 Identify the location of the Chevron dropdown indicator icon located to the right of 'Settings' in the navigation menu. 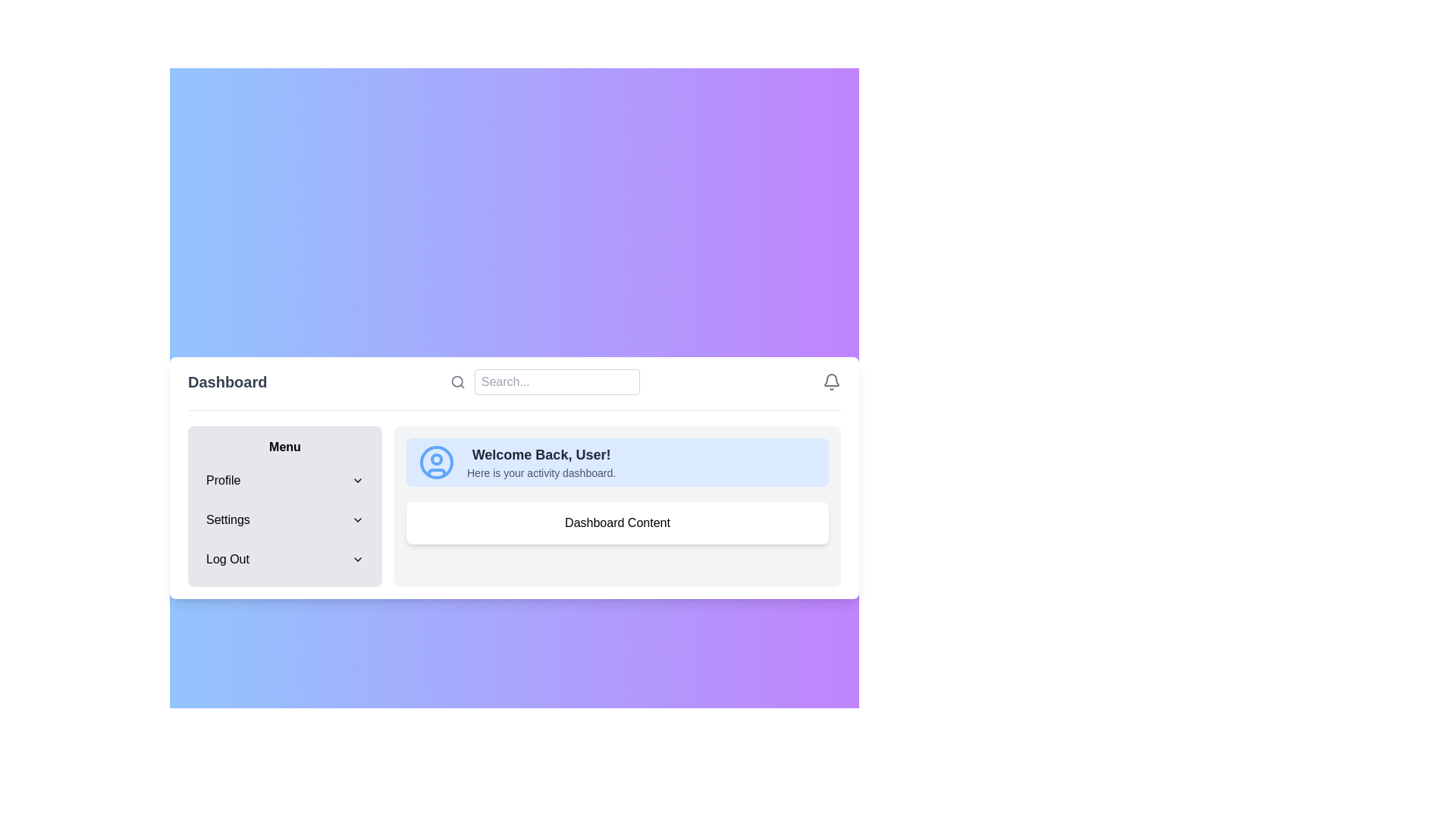
(356, 519).